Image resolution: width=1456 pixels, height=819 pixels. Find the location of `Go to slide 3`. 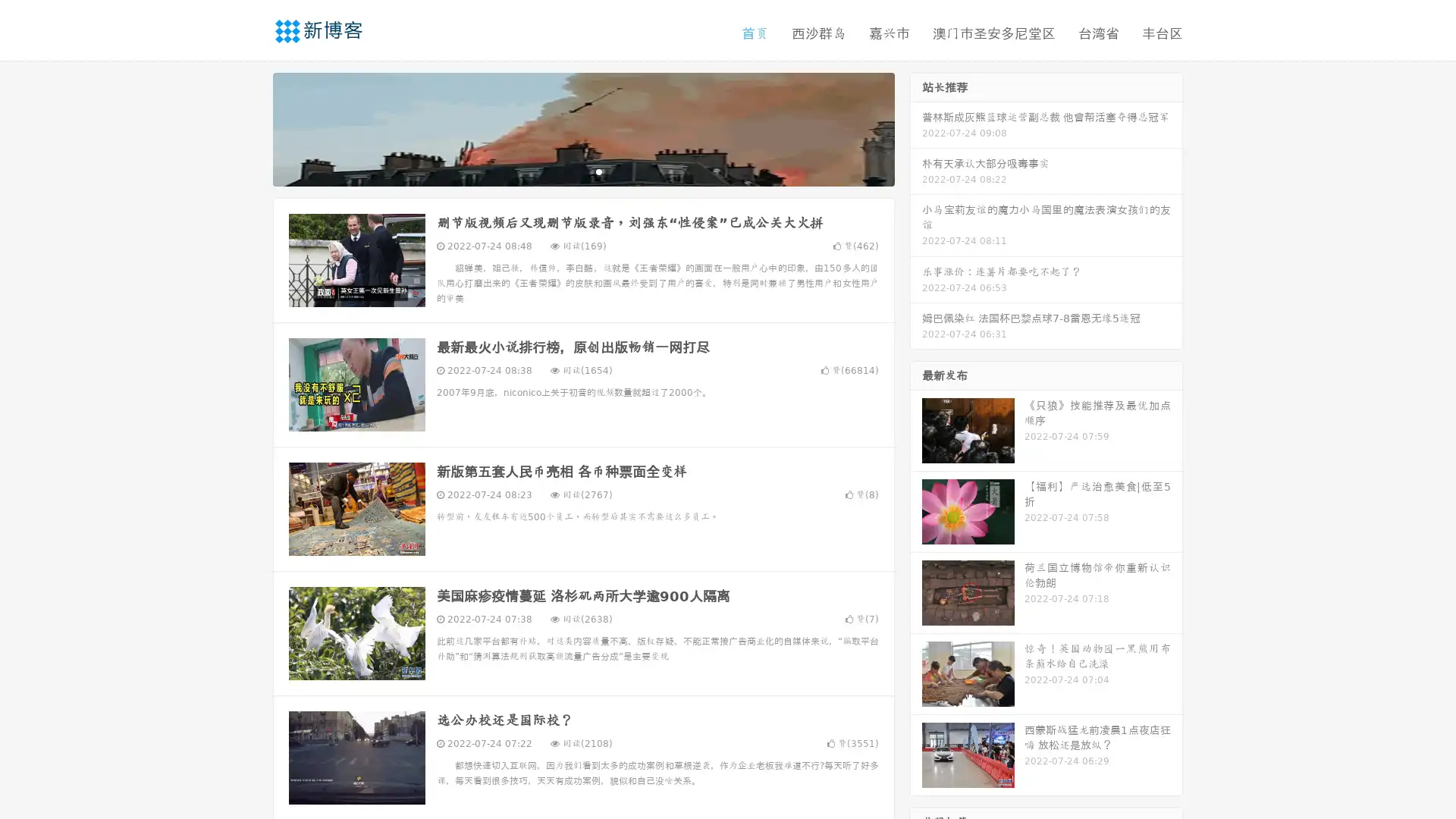

Go to slide 3 is located at coordinates (598, 171).